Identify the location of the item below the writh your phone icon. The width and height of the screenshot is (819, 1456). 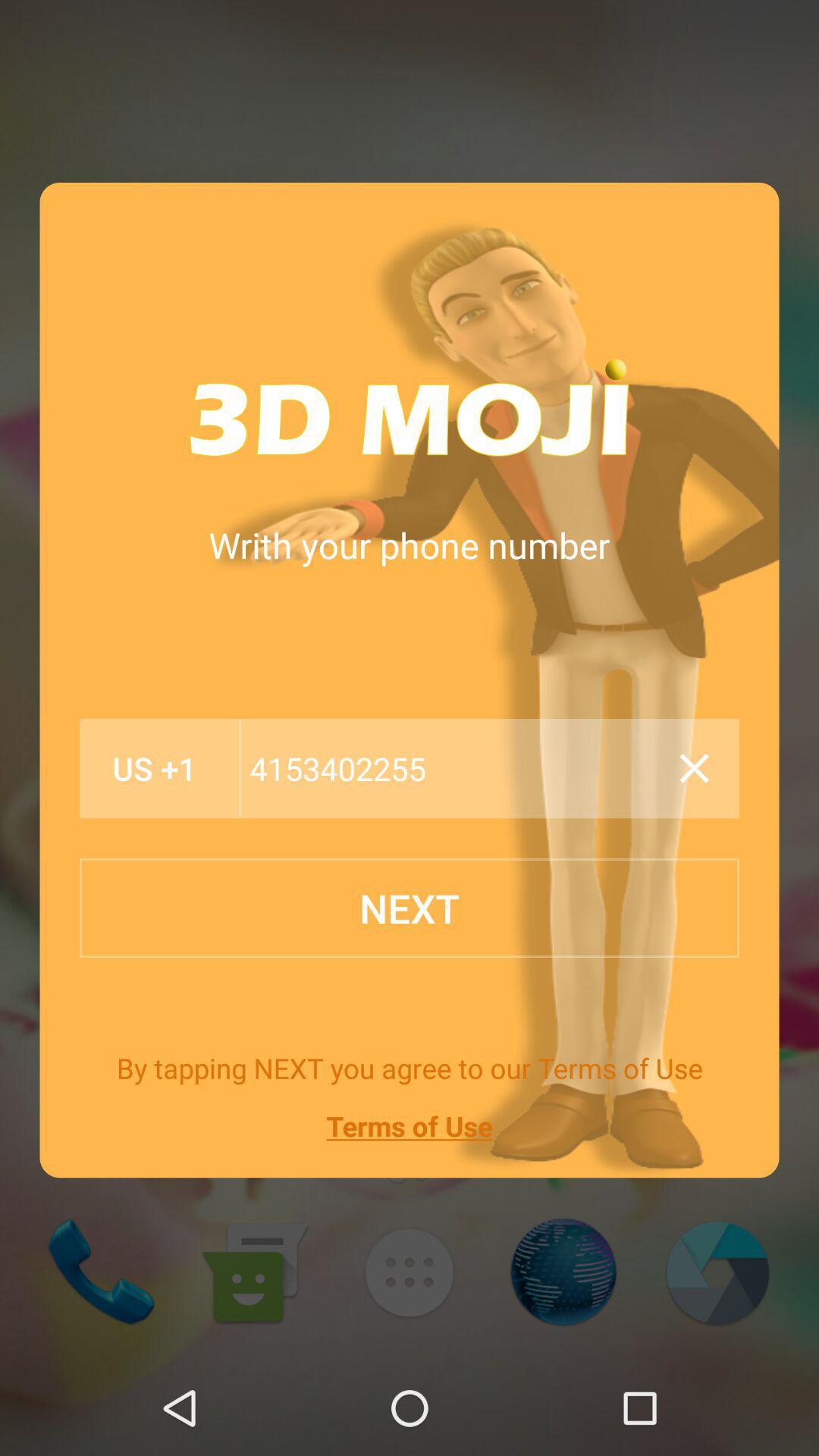
(155, 768).